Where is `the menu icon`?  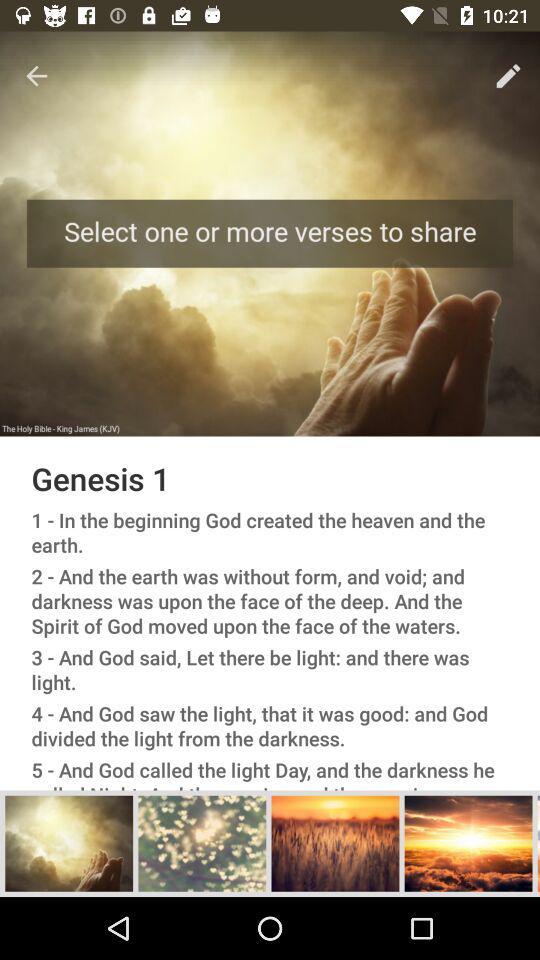
the menu icon is located at coordinates (538, 842).